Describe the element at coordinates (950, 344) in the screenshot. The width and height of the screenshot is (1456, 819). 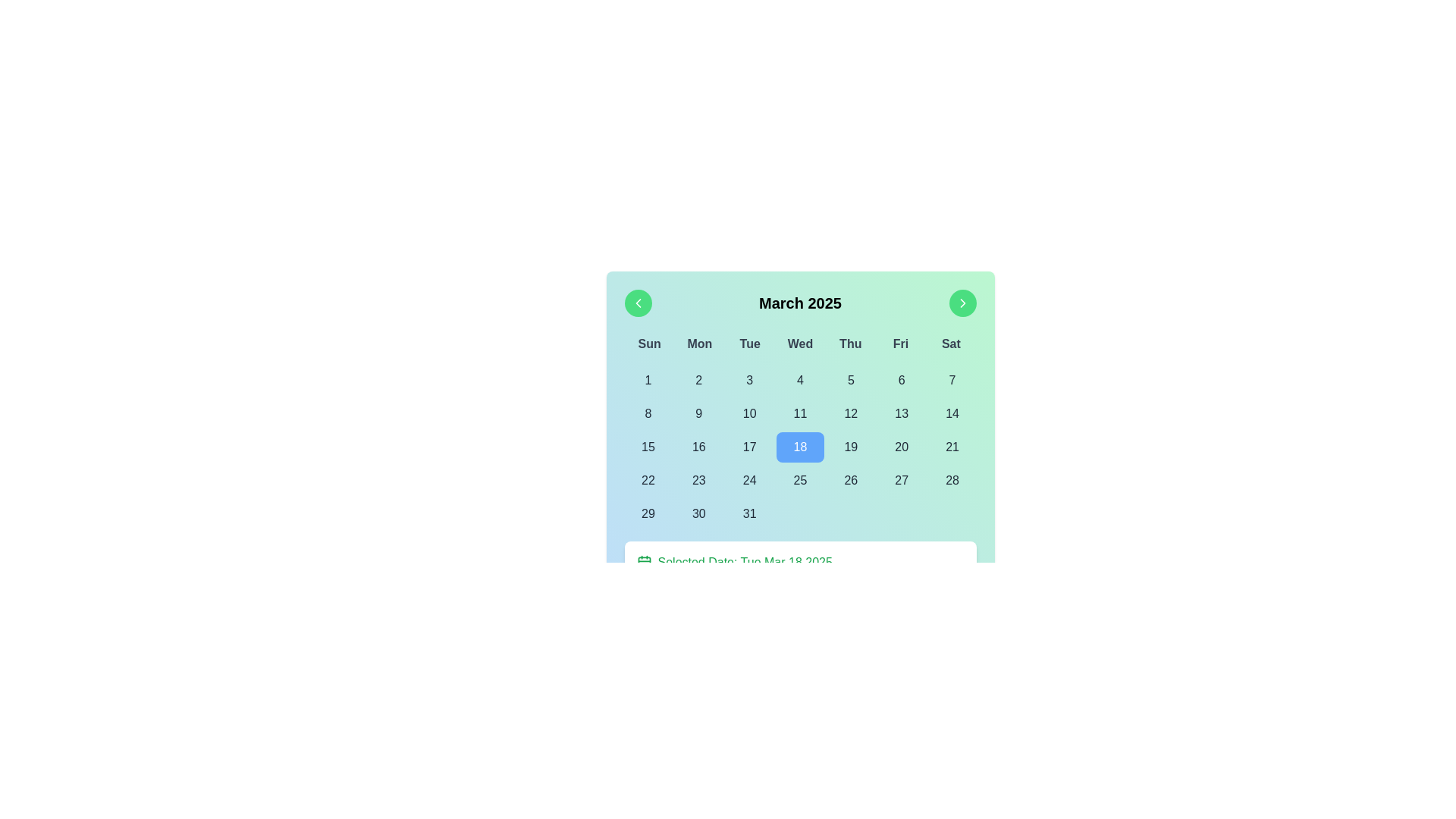
I see `the static text label displaying 'Sat', which is the last day of the week in the calendar header, positioned within a light green background` at that location.